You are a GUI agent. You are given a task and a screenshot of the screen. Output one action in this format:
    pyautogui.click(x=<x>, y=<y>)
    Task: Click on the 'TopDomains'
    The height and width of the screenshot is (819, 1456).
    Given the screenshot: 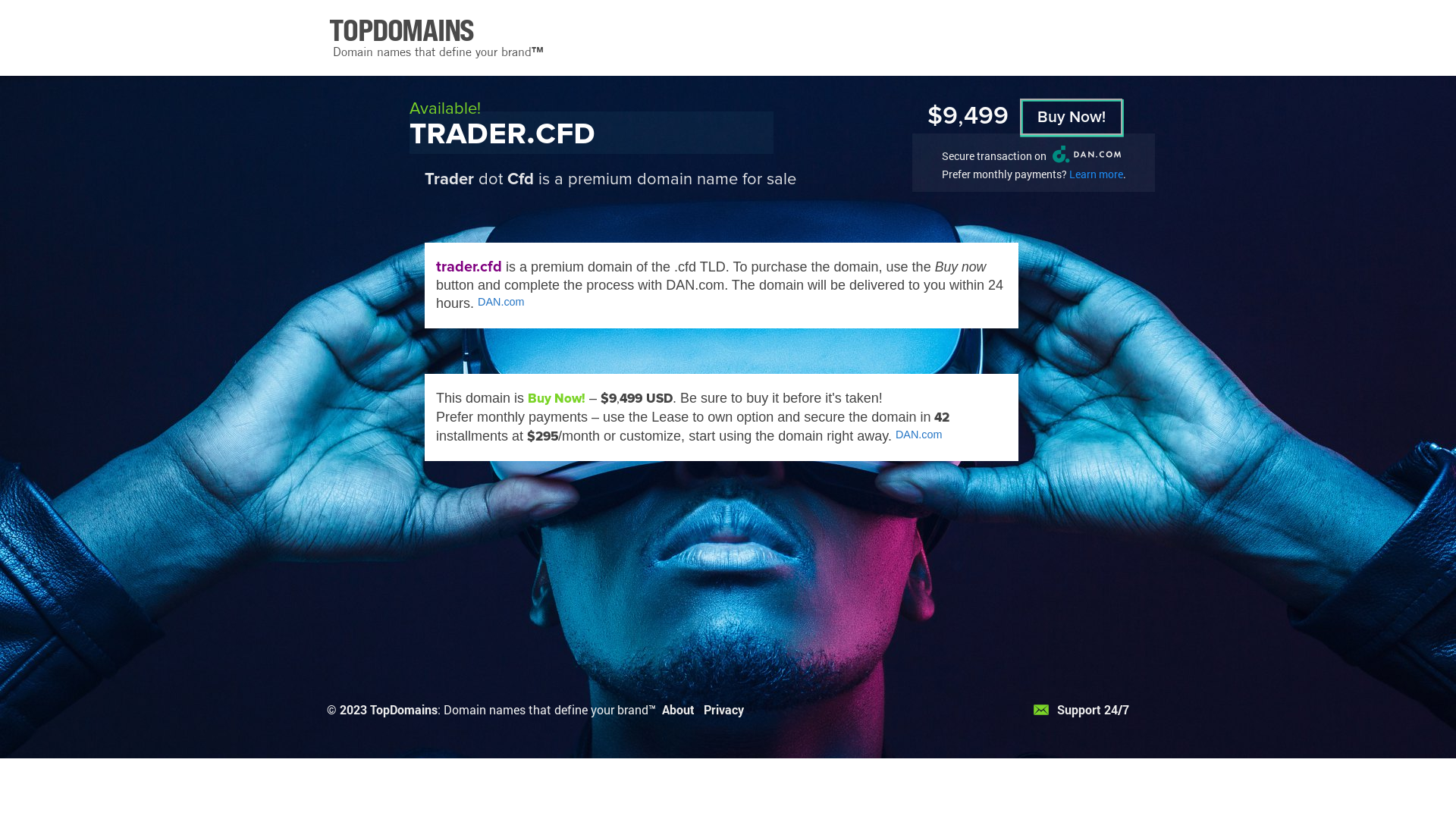 What is the action you would take?
    pyautogui.click(x=403, y=709)
    